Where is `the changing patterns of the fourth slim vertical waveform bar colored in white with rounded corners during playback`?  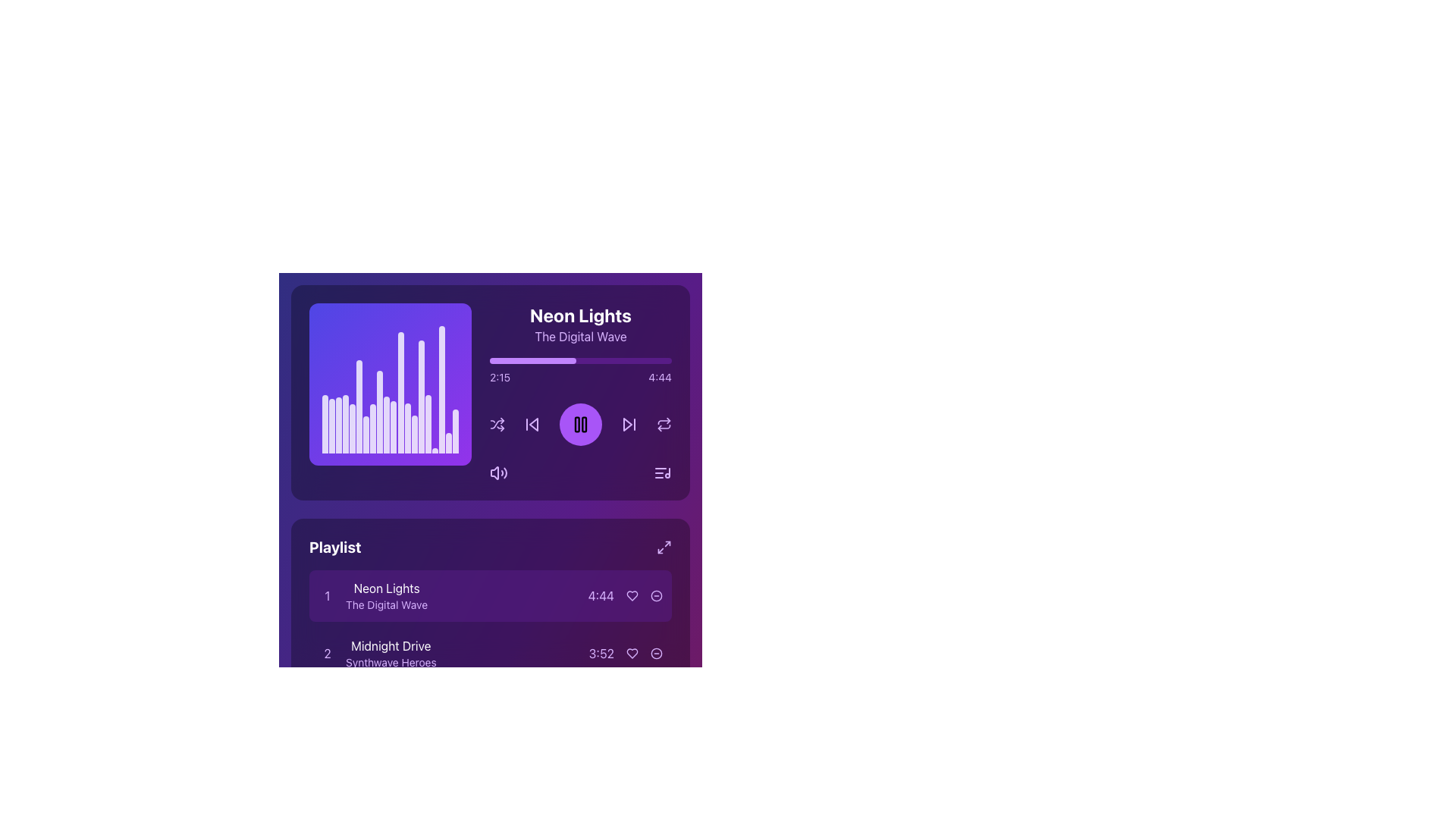
the changing patterns of the fourth slim vertical waveform bar colored in white with rounded corners during playback is located at coordinates (344, 424).